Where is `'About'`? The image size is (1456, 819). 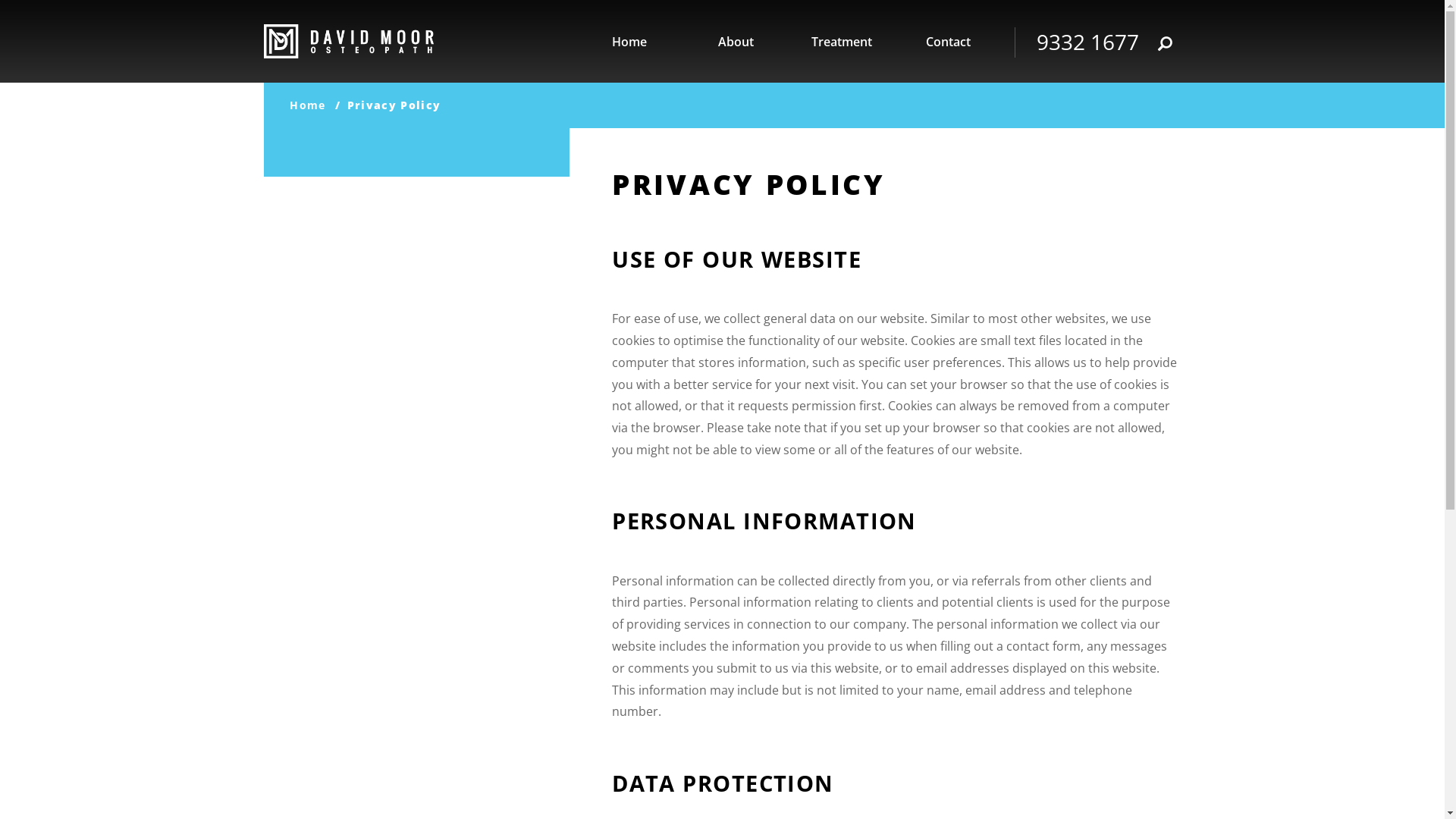
'About' is located at coordinates (735, 41).